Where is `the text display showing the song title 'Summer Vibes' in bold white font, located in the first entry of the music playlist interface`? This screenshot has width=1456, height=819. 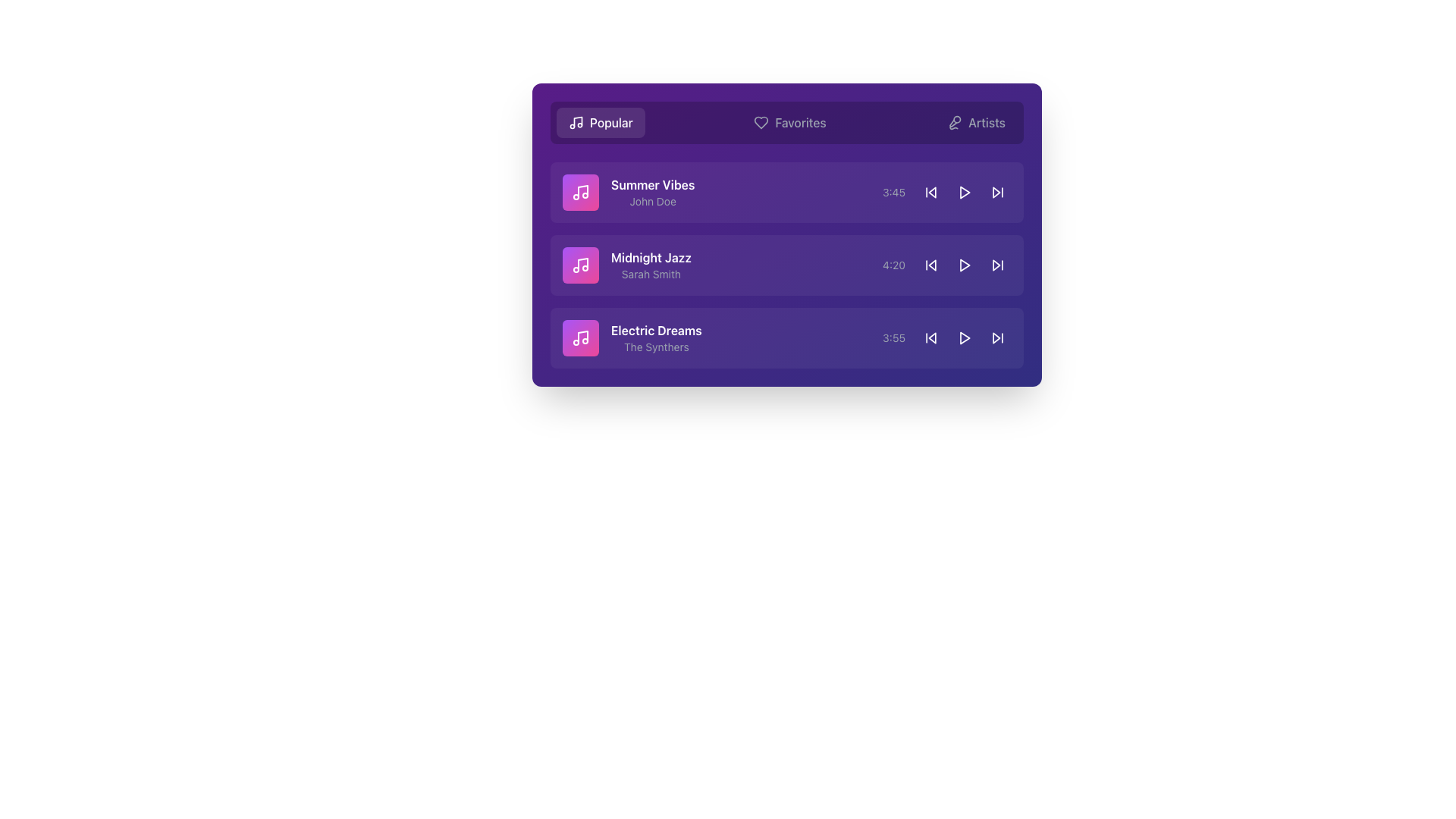
the text display showing the song title 'Summer Vibes' in bold white font, located in the first entry of the music playlist interface is located at coordinates (653, 192).